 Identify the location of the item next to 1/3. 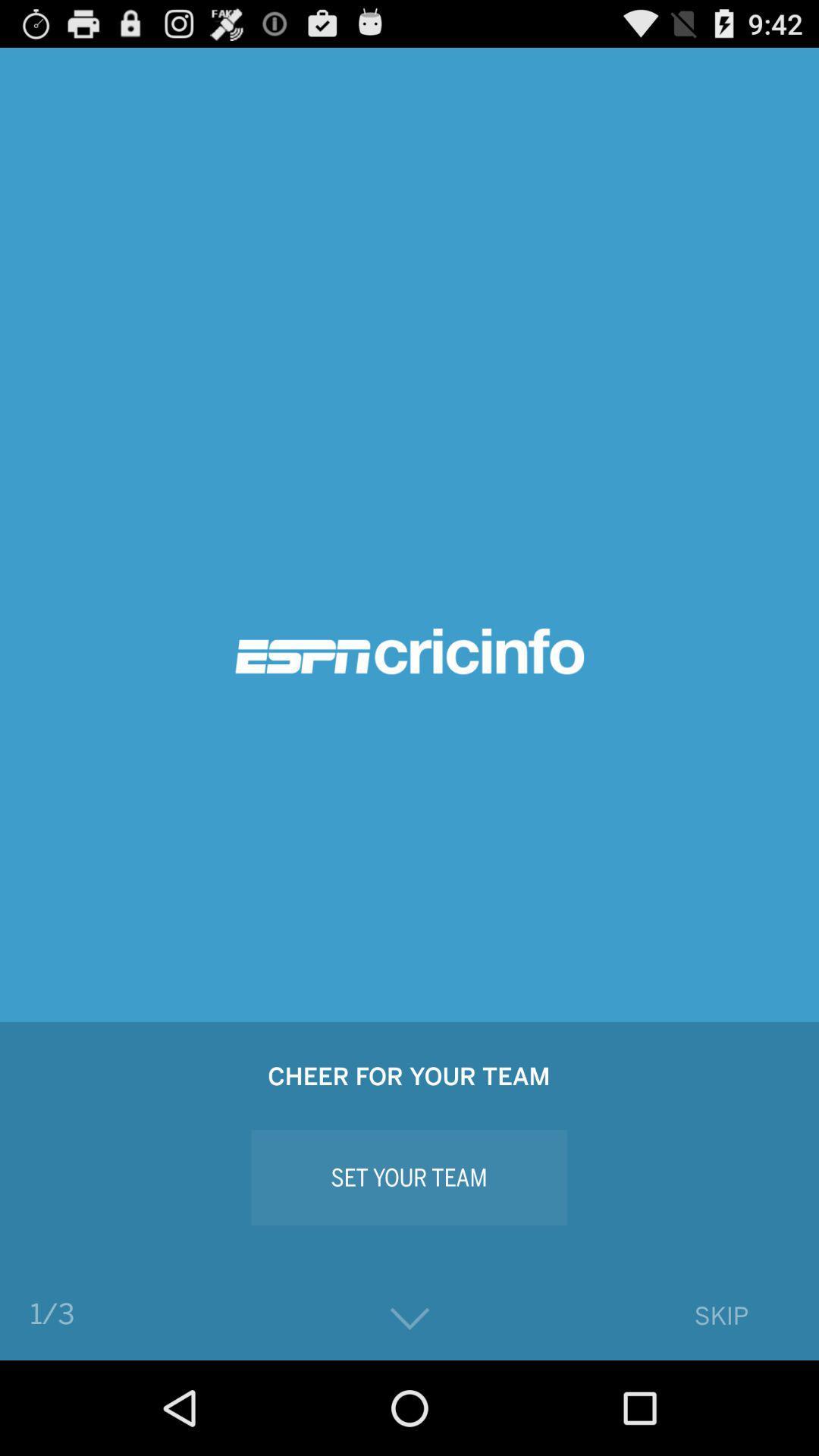
(409, 1318).